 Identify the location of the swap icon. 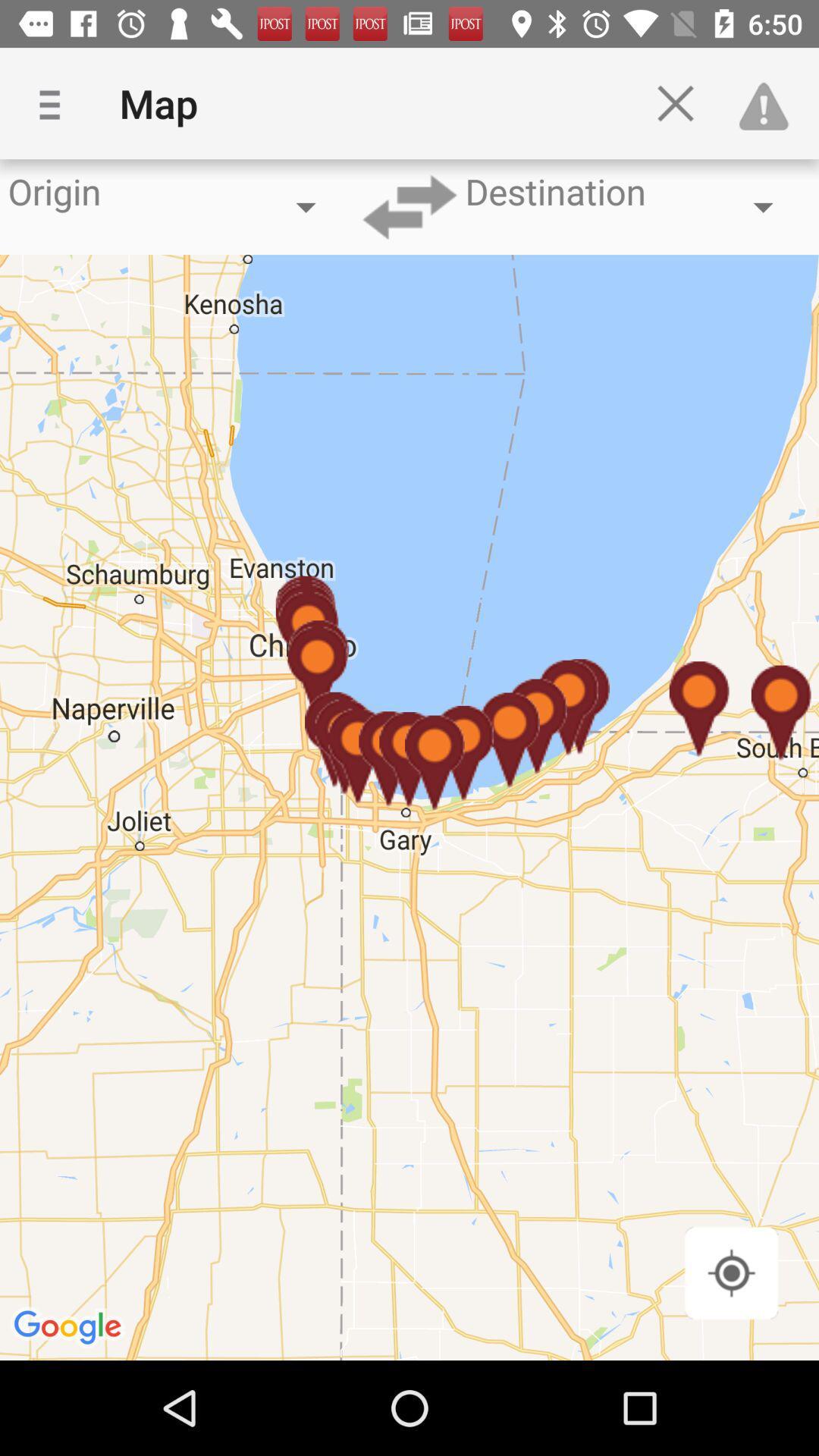
(409, 206).